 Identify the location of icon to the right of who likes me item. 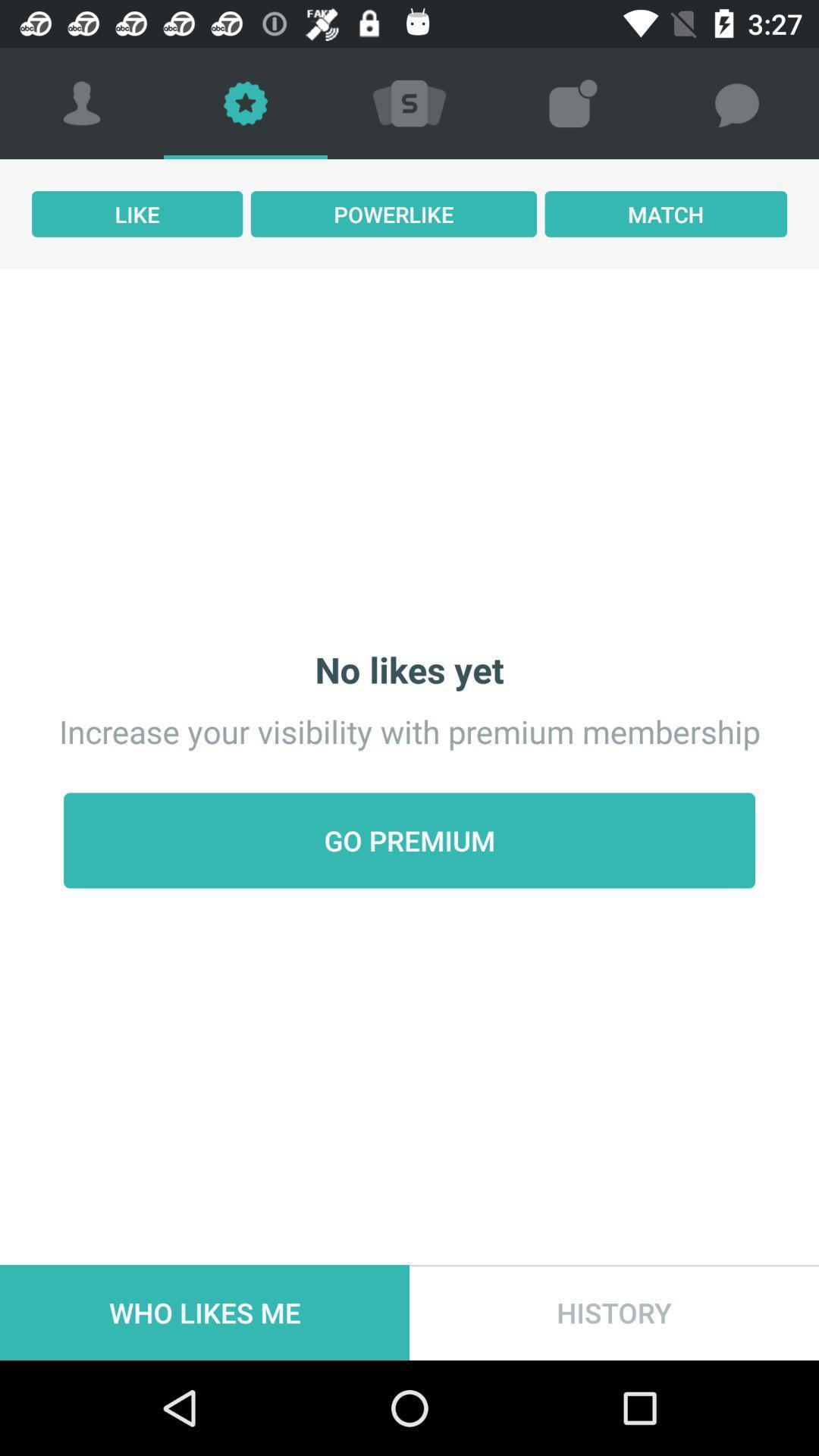
(614, 1312).